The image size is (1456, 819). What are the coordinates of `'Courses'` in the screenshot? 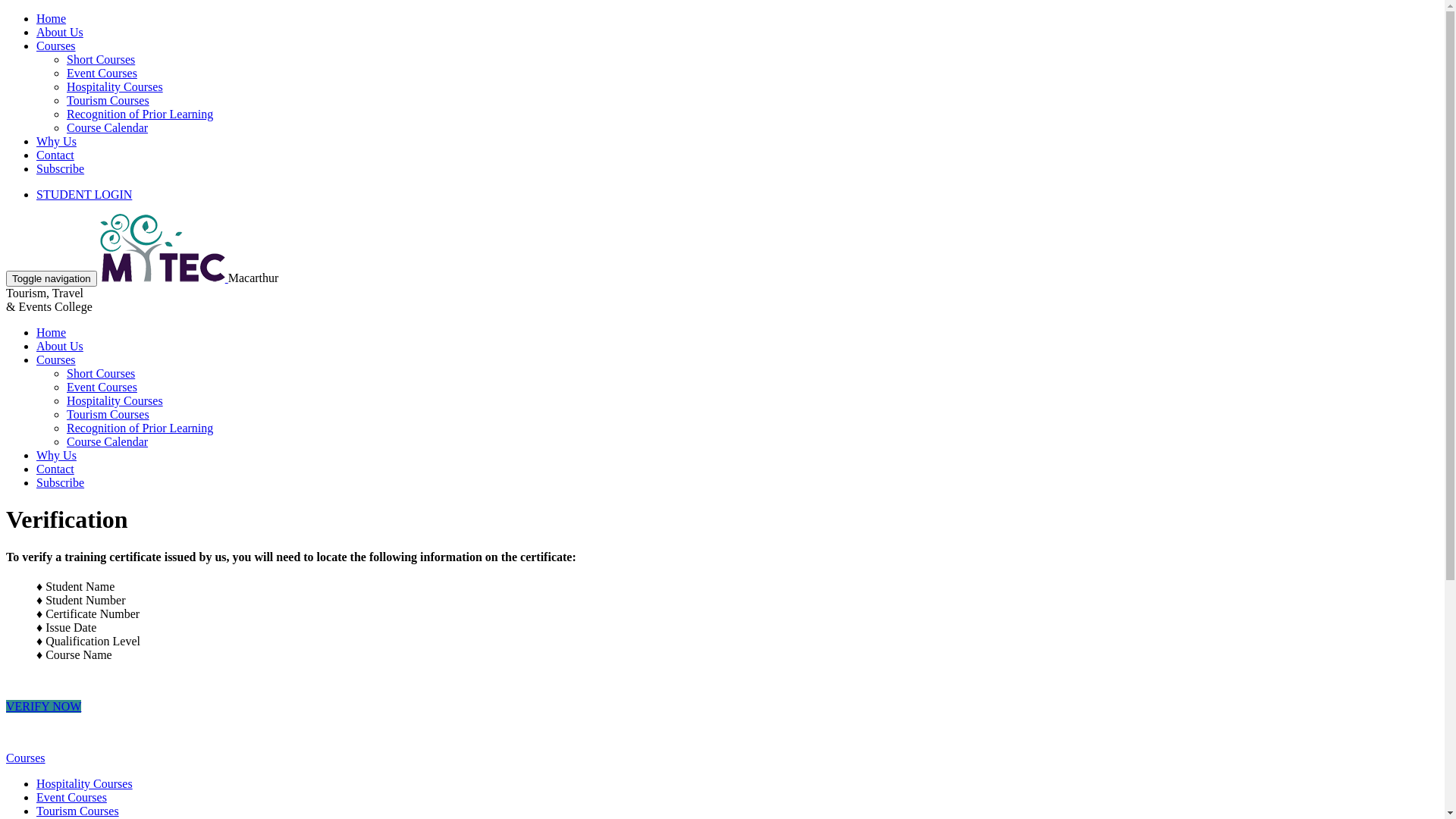 It's located at (6, 758).